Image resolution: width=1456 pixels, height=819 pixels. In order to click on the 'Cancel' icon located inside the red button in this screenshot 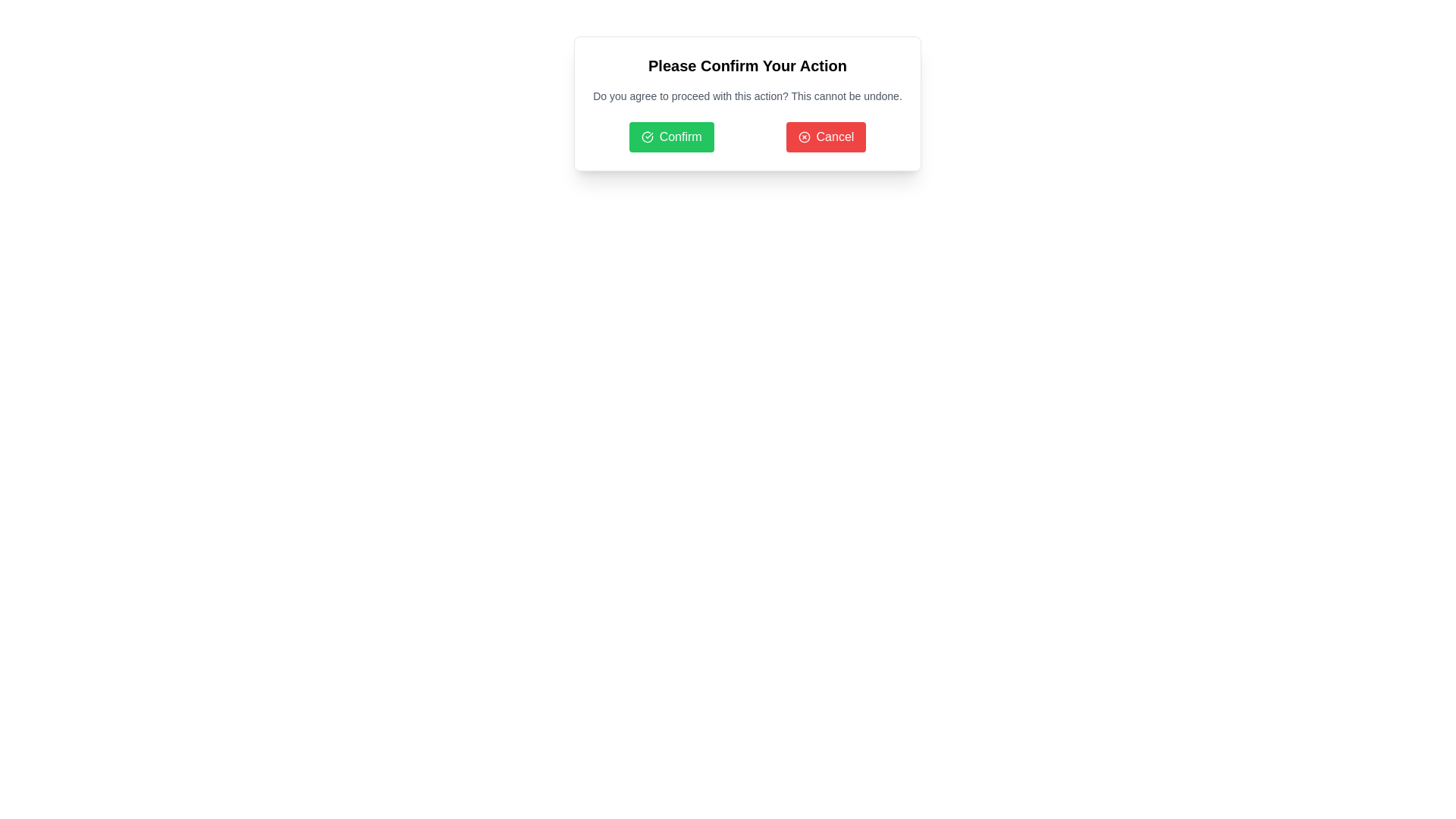, I will do `click(803, 137)`.